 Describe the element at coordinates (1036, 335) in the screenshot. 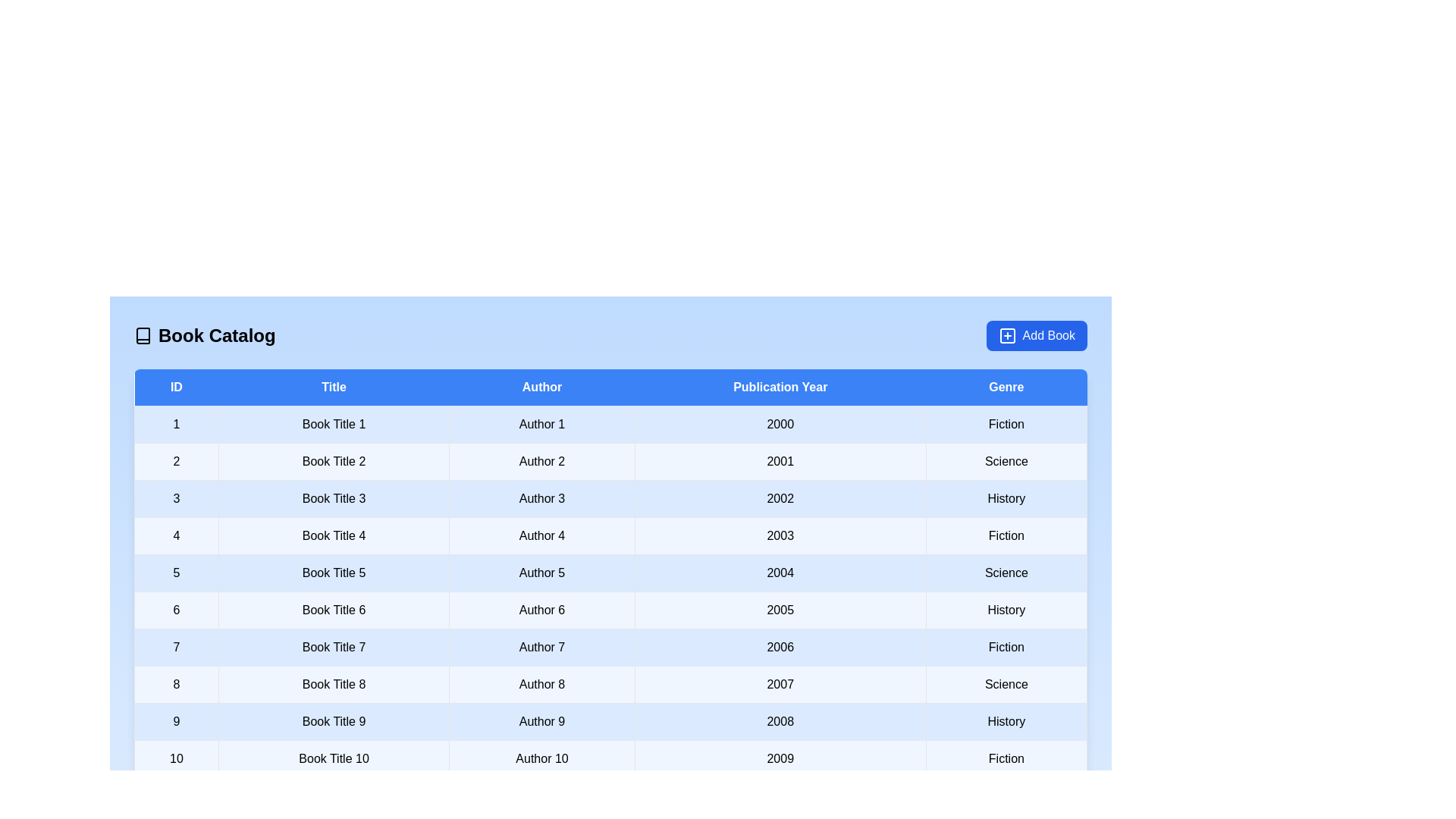

I see `'Add Book' button` at that location.